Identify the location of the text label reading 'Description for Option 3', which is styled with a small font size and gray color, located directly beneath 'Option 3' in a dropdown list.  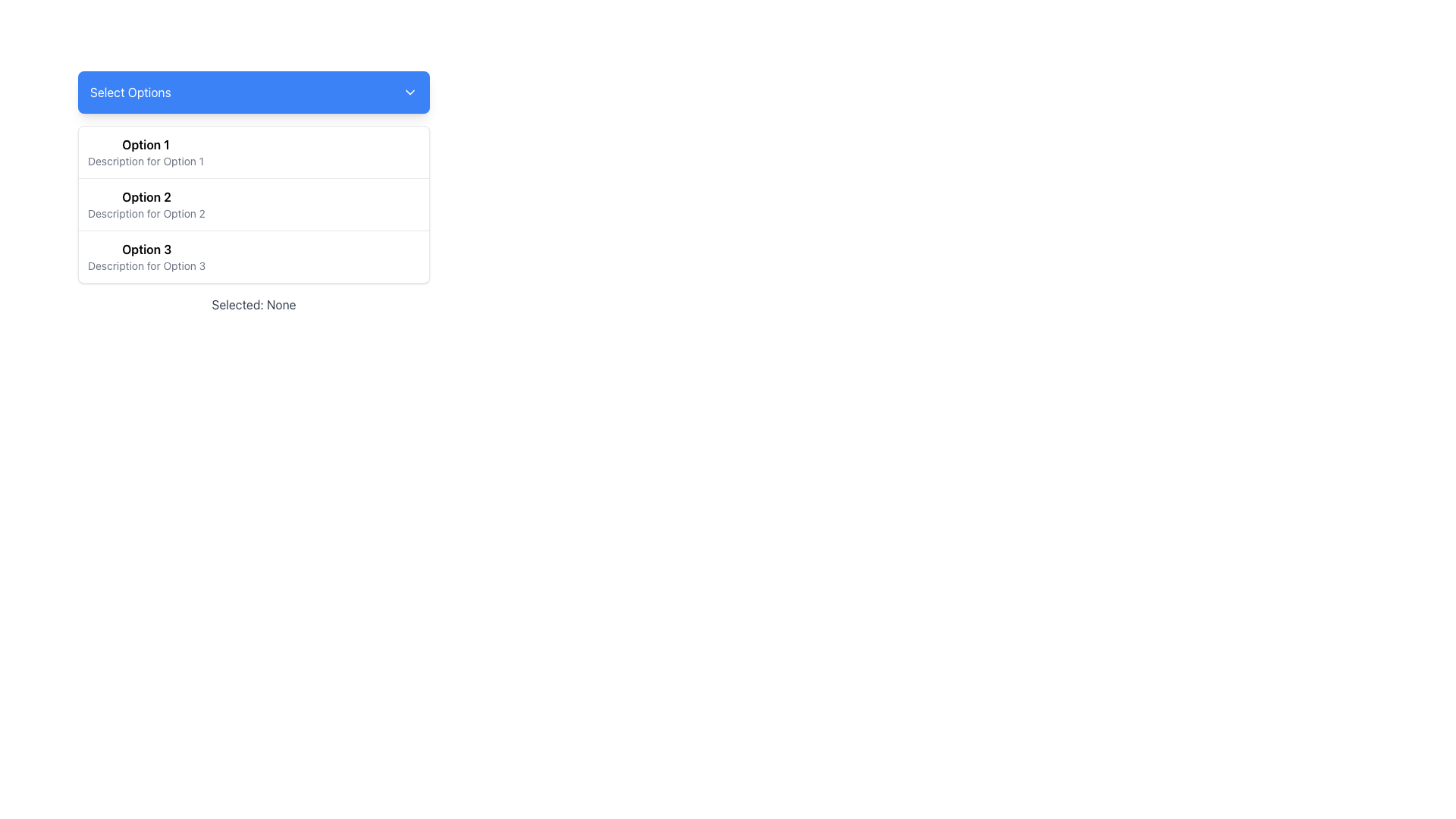
(146, 265).